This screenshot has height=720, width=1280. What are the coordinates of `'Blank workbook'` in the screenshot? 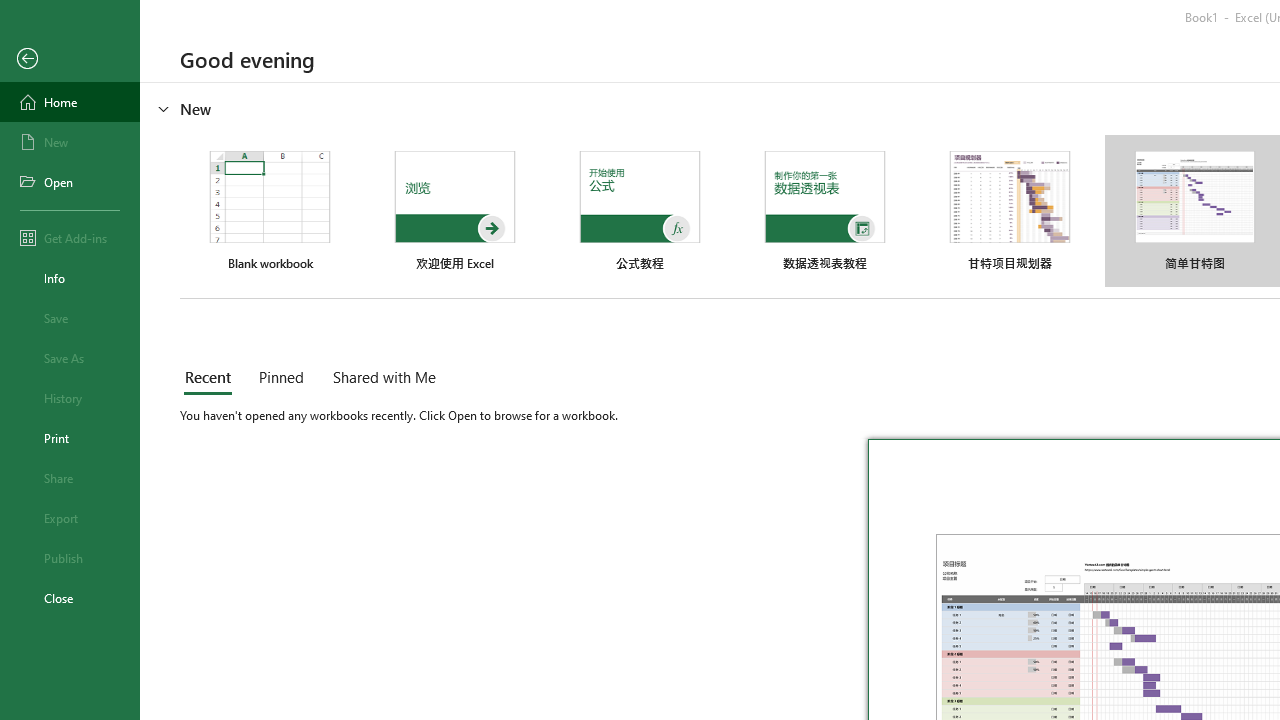 It's located at (269, 211).